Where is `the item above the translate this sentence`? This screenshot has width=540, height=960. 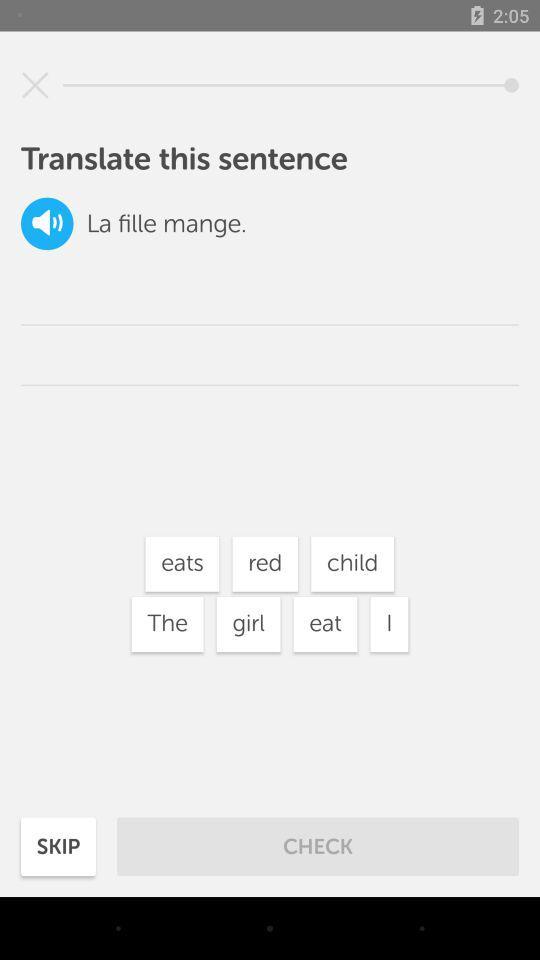
the item above the translate this sentence is located at coordinates (35, 85).